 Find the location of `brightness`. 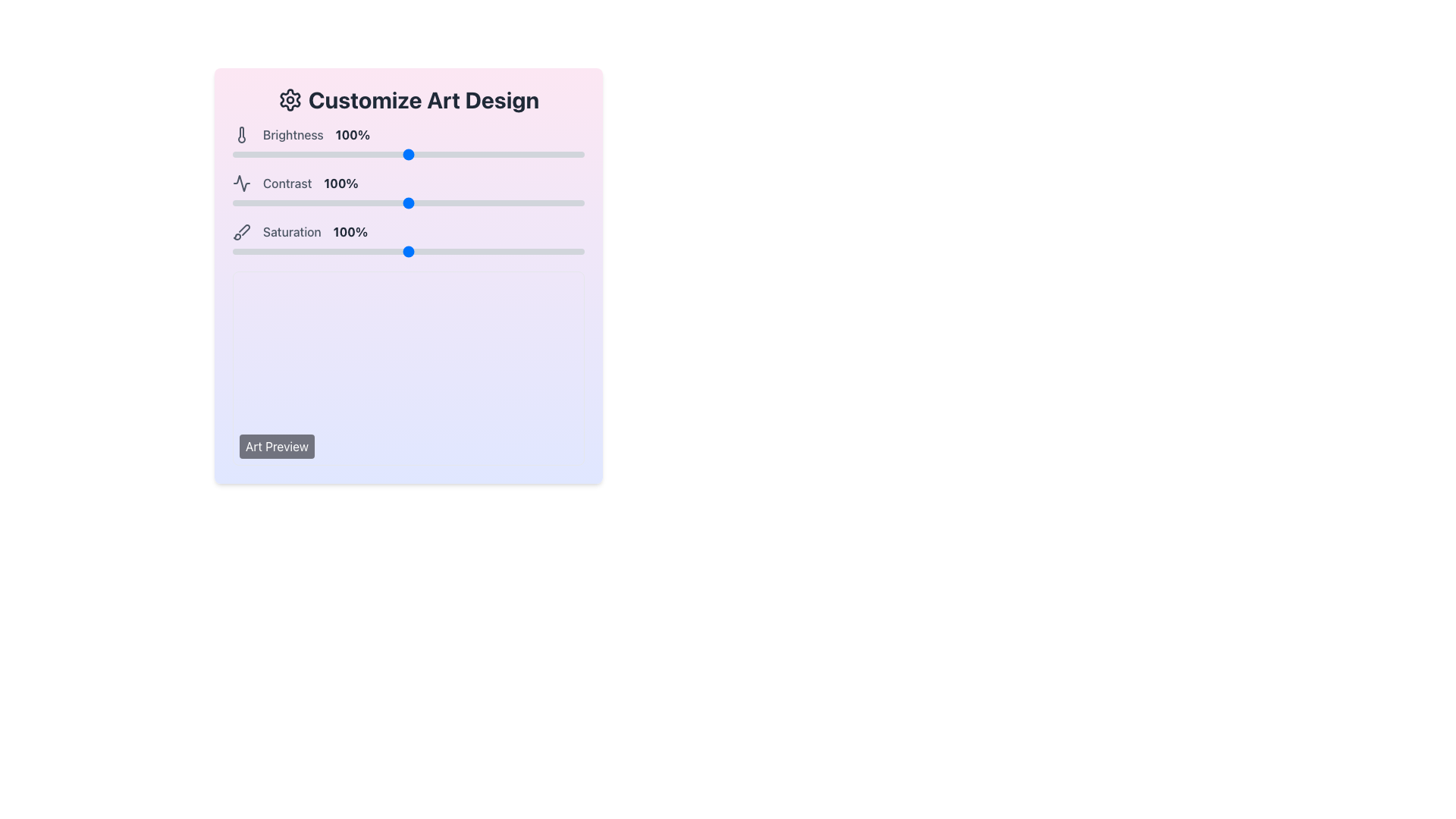

brightness is located at coordinates (526, 155).